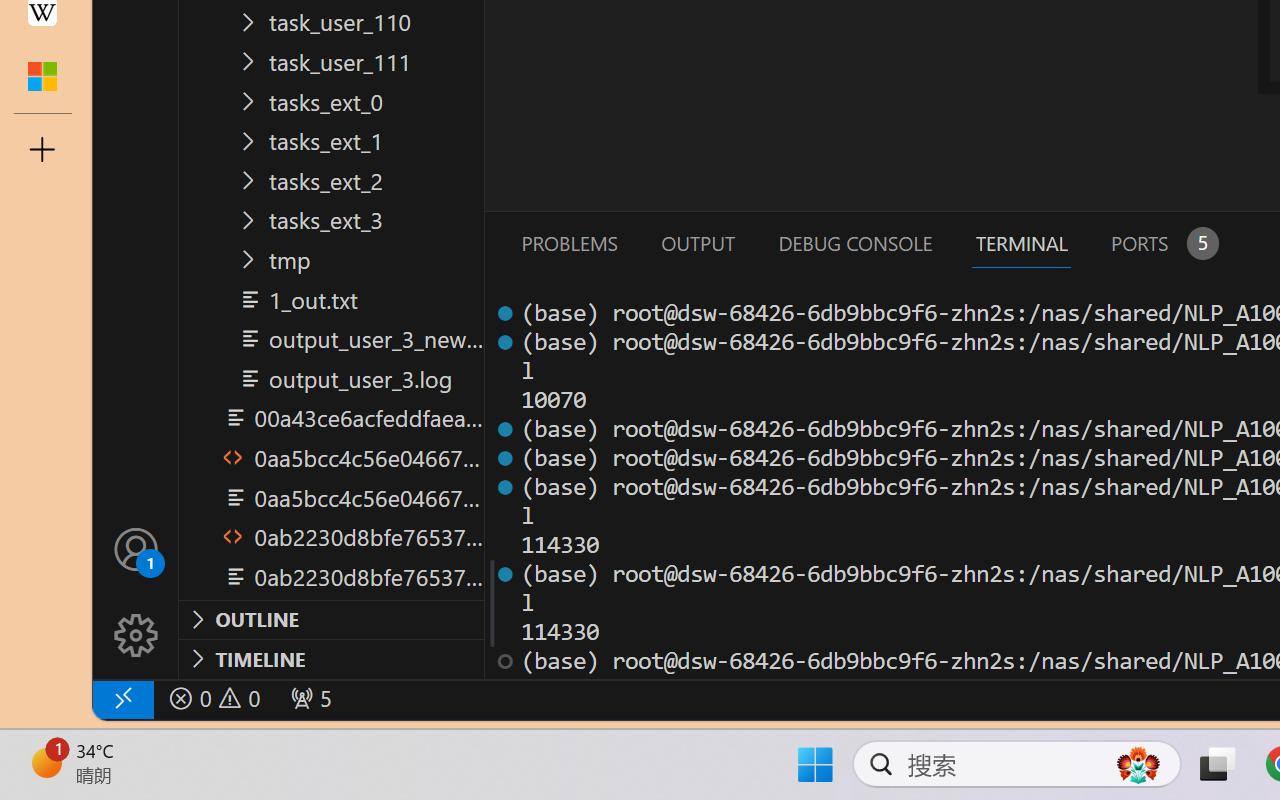  I want to click on 'Problems (Ctrl+Shift+M)', so click(567, 242).